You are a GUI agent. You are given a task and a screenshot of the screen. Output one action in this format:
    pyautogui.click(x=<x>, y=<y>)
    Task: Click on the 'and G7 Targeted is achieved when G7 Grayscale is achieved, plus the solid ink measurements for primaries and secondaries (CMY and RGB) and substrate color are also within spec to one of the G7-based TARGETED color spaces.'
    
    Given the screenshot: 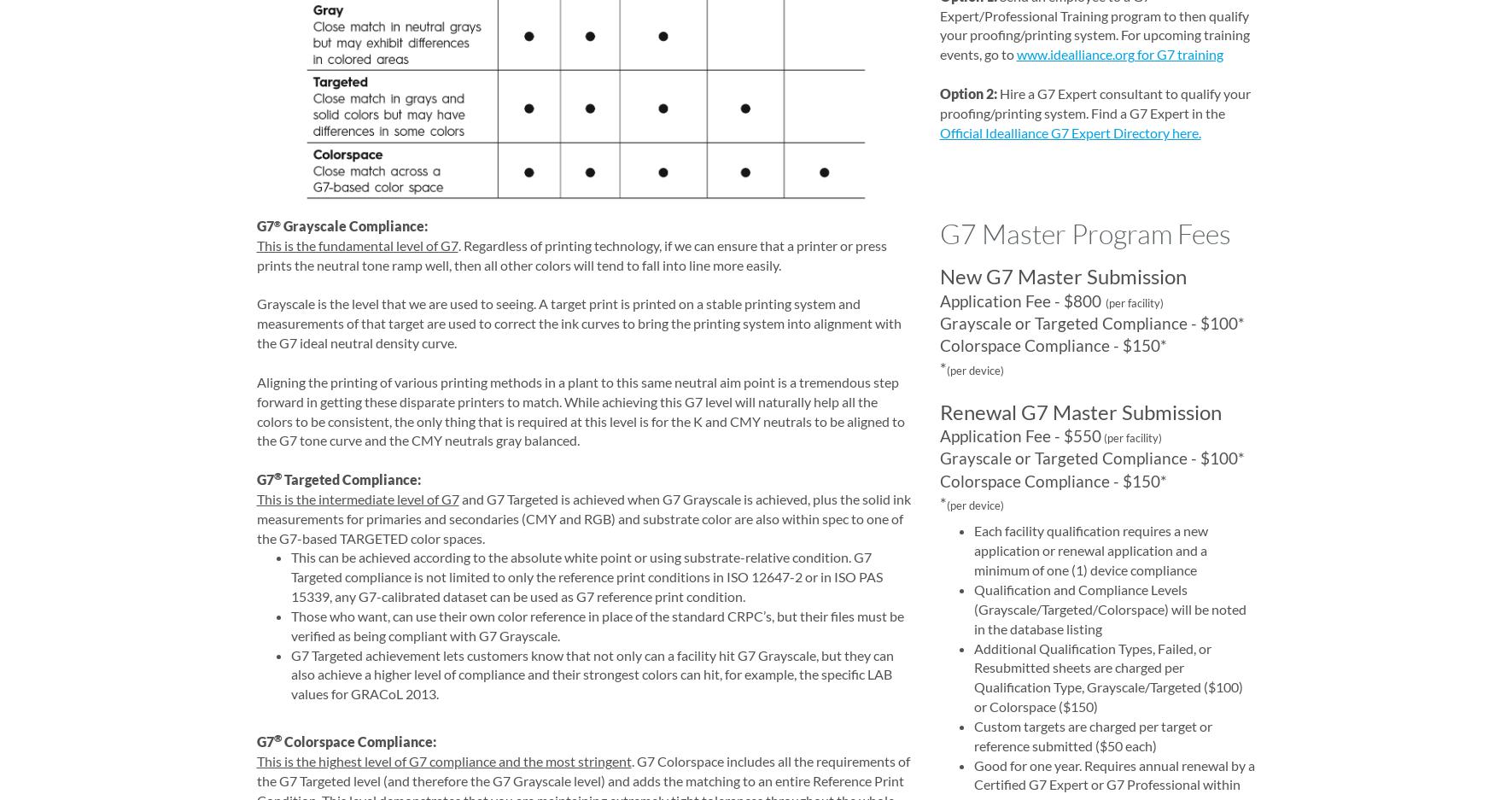 What is the action you would take?
    pyautogui.click(x=583, y=517)
    